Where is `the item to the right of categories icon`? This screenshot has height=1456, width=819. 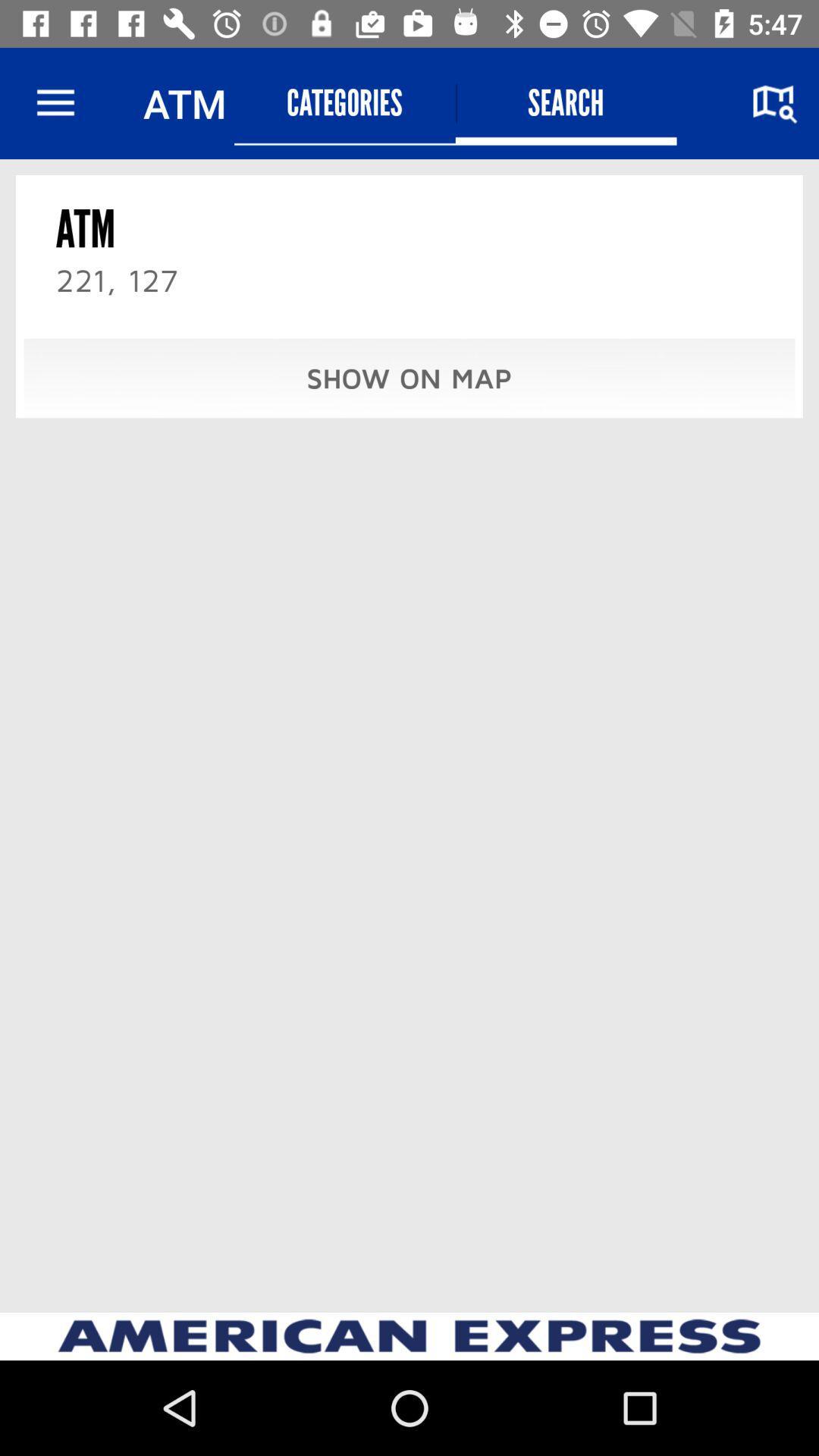 the item to the right of categories icon is located at coordinates (566, 102).